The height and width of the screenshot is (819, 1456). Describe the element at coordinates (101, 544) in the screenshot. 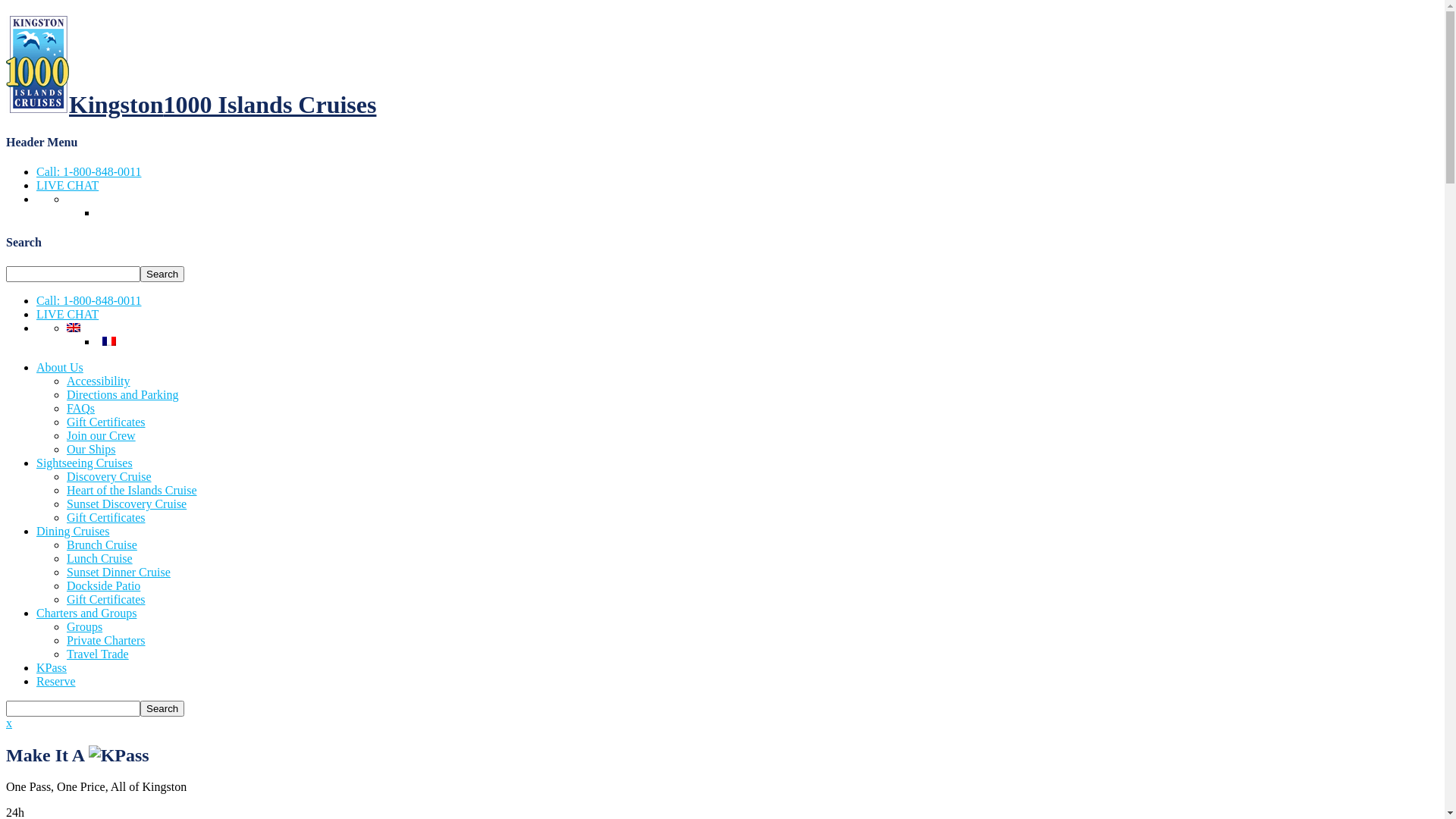

I see `'Brunch Cruise'` at that location.